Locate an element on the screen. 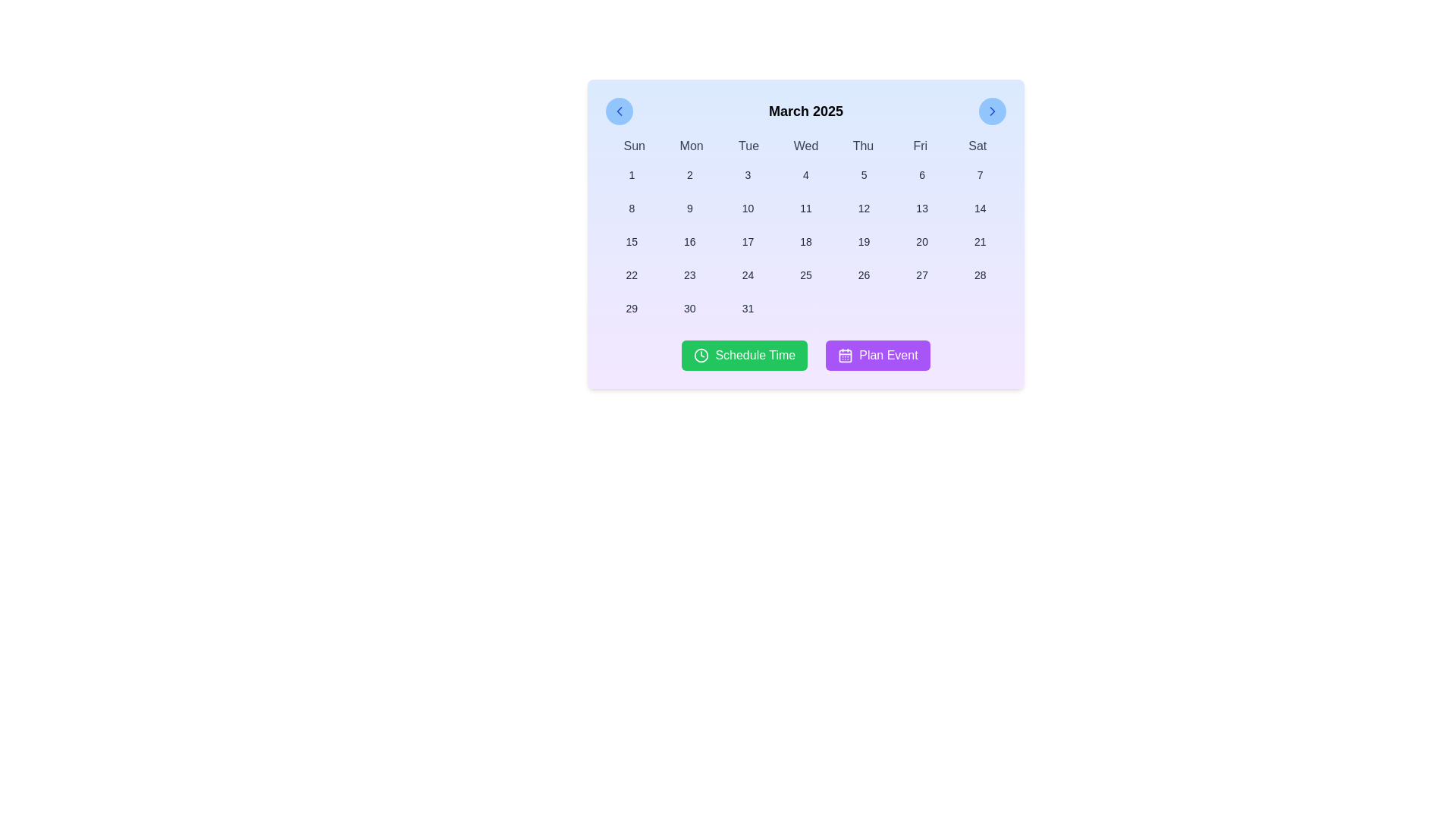  the event planning button located at the bottom center of the calendar interface, immediately to the right of the 'Schedule Time' button is located at coordinates (877, 356).